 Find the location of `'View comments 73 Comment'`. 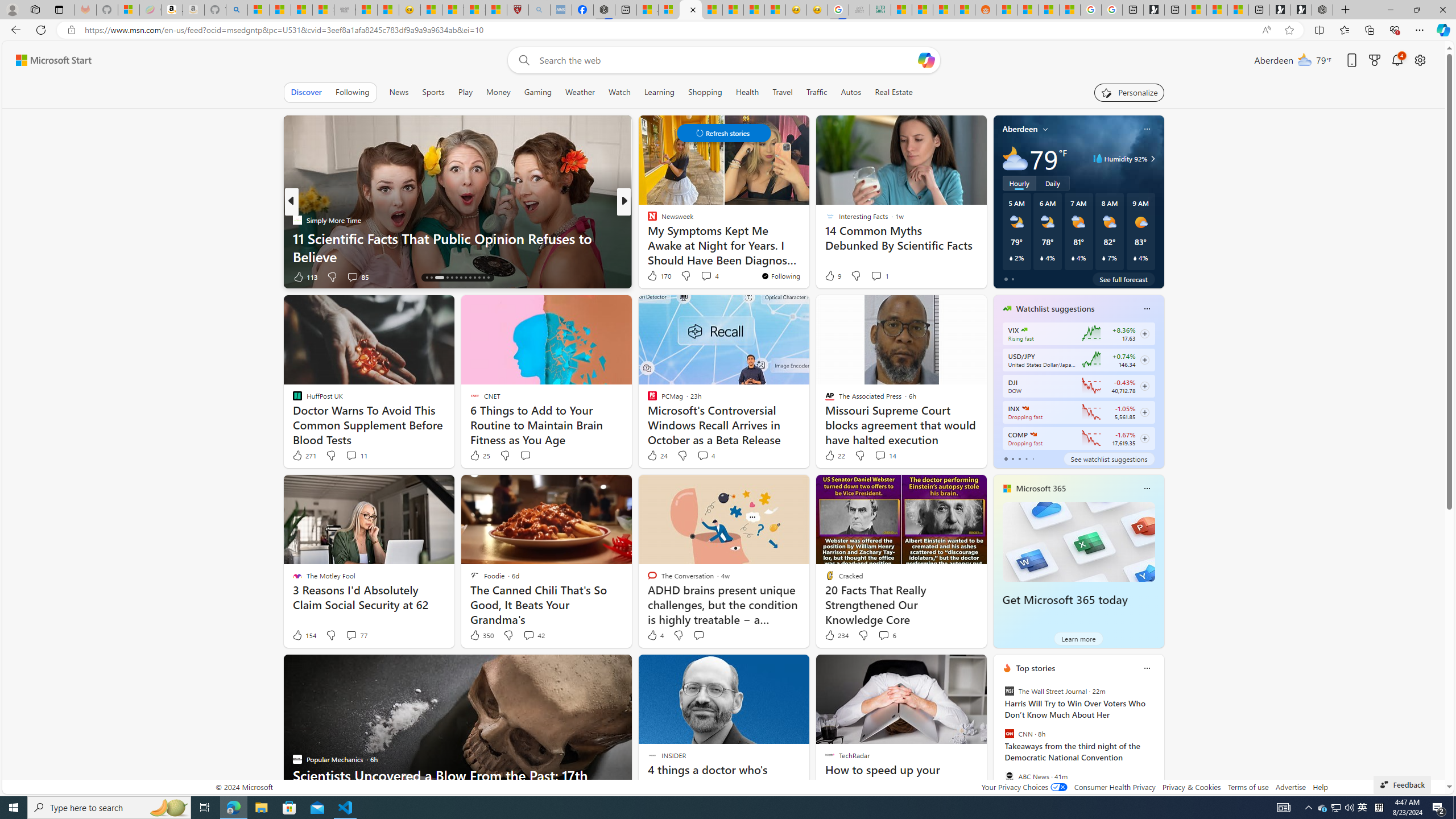

'View comments 73 Comment' is located at coordinates (702, 276).